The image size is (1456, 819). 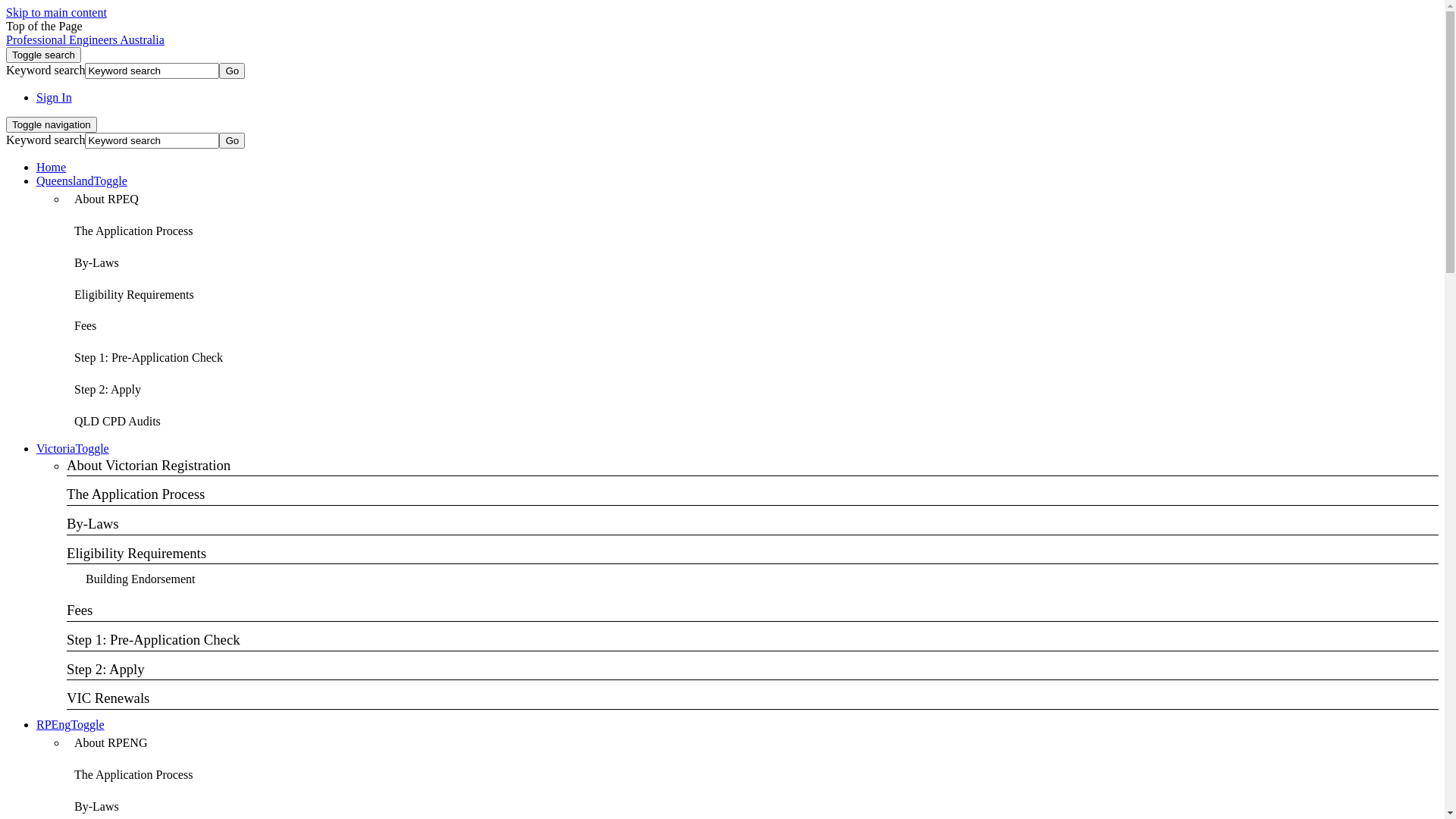 What do you see at coordinates (54, 97) in the screenshot?
I see `'Sign In'` at bounding box center [54, 97].